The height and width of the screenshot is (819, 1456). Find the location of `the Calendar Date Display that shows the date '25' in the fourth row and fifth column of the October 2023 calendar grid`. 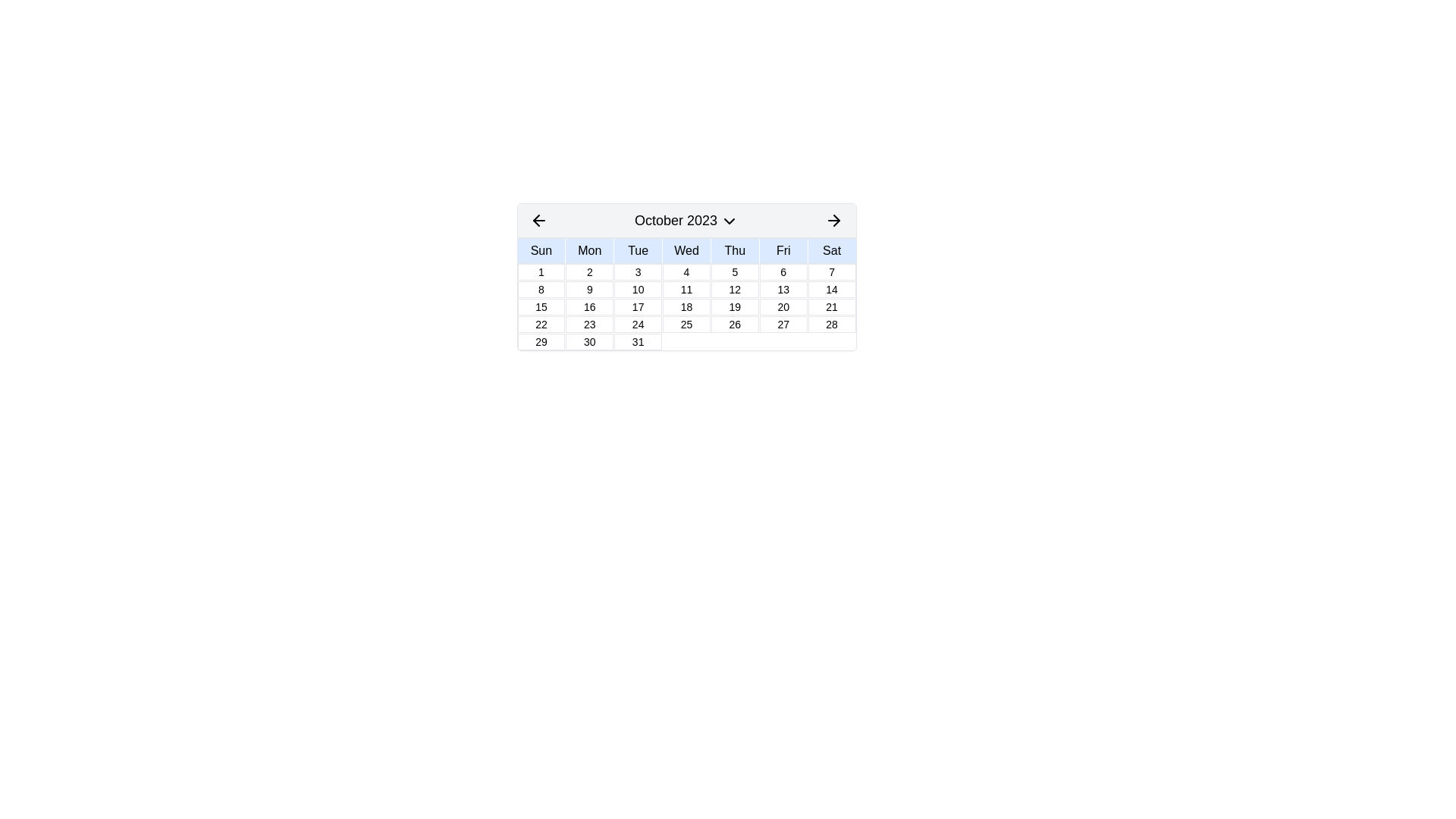

the Calendar Date Display that shows the date '25' in the fourth row and fifth column of the October 2023 calendar grid is located at coordinates (686, 324).